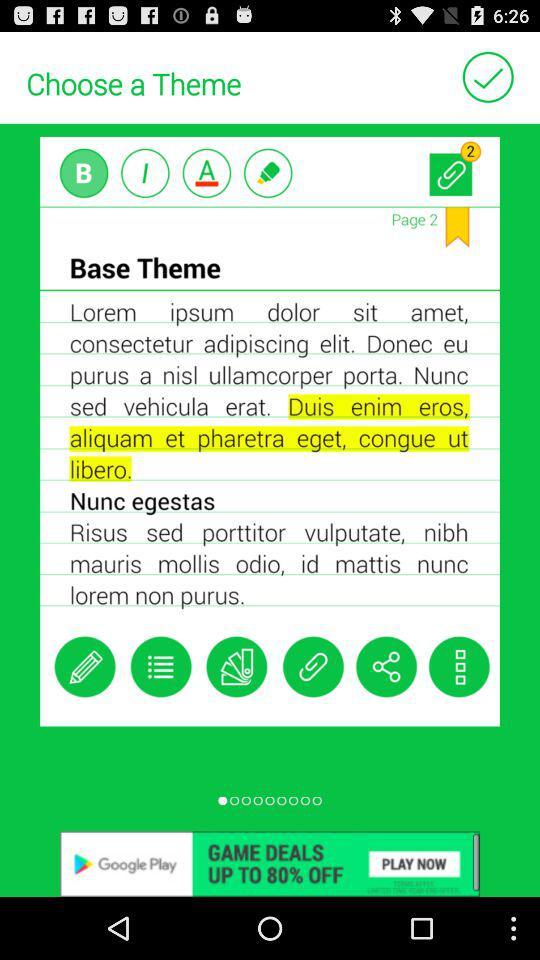 The image size is (540, 960). I want to click on theme, so click(487, 76).